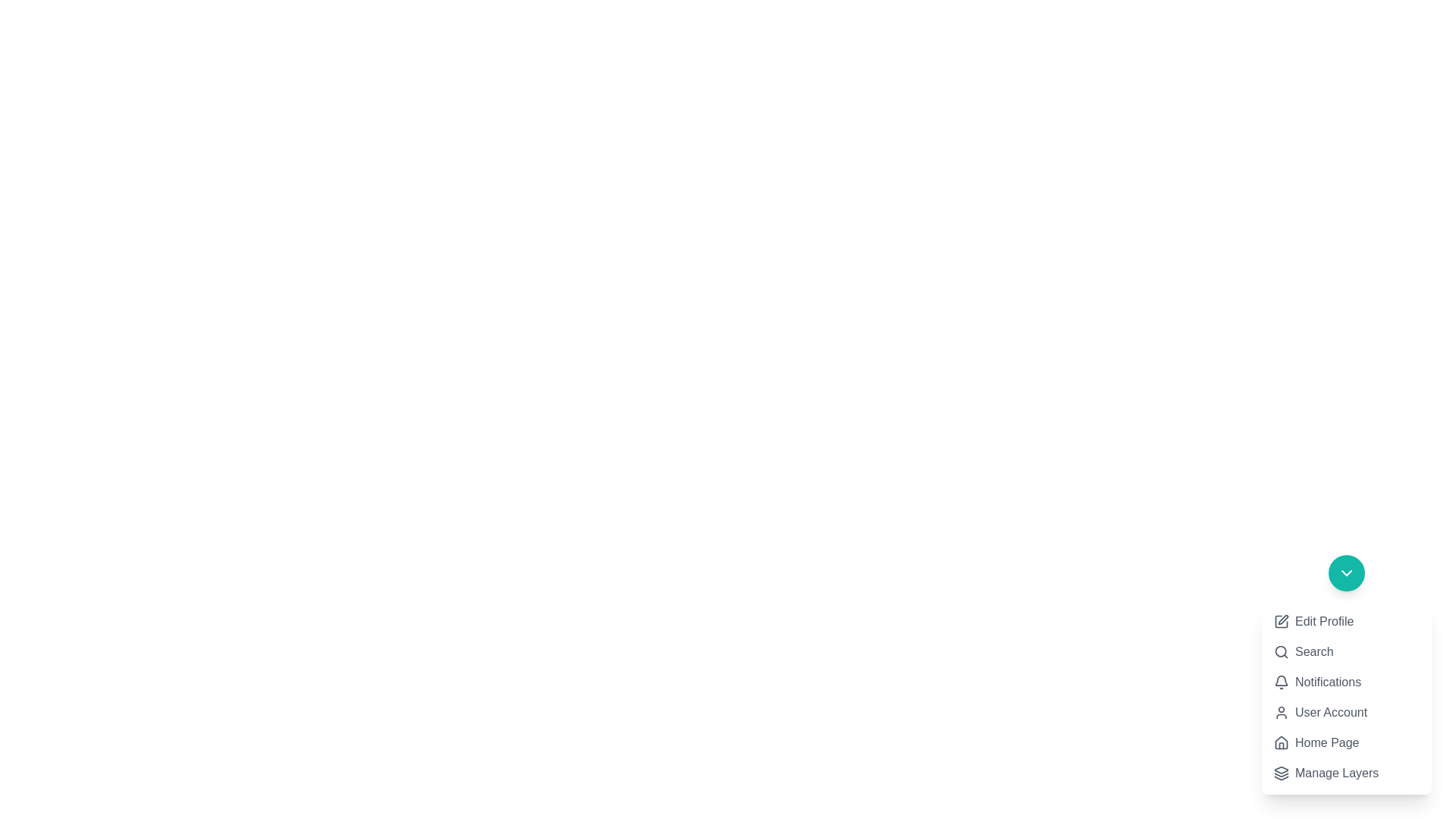 The height and width of the screenshot is (819, 1456). Describe the element at coordinates (1280, 742) in the screenshot. I see `the small house-shaped icon that is aligned left of the 'Home Page' text label` at that location.